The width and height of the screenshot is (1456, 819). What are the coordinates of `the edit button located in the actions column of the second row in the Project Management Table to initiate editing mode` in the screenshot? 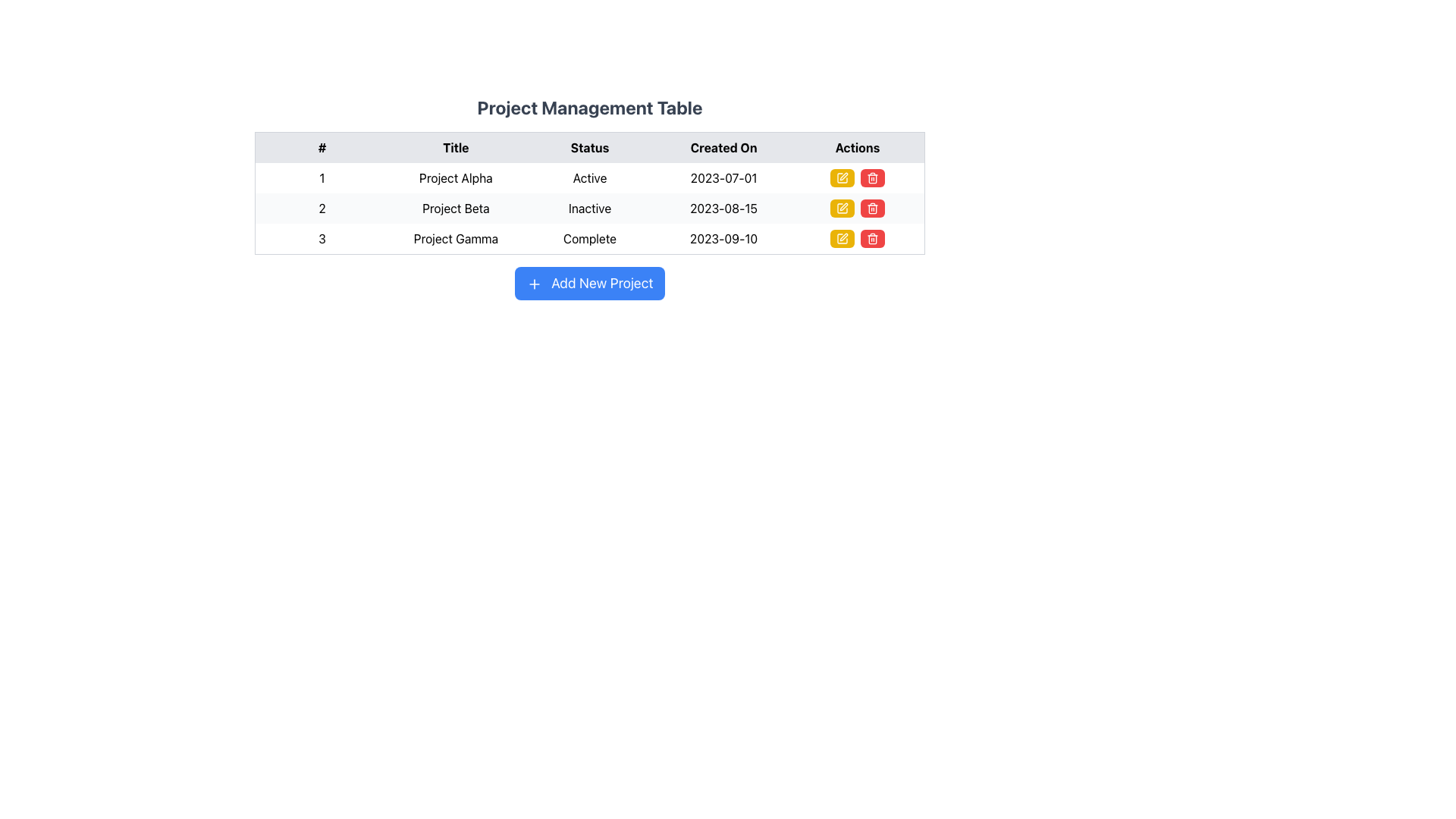 It's located at (841, 208).